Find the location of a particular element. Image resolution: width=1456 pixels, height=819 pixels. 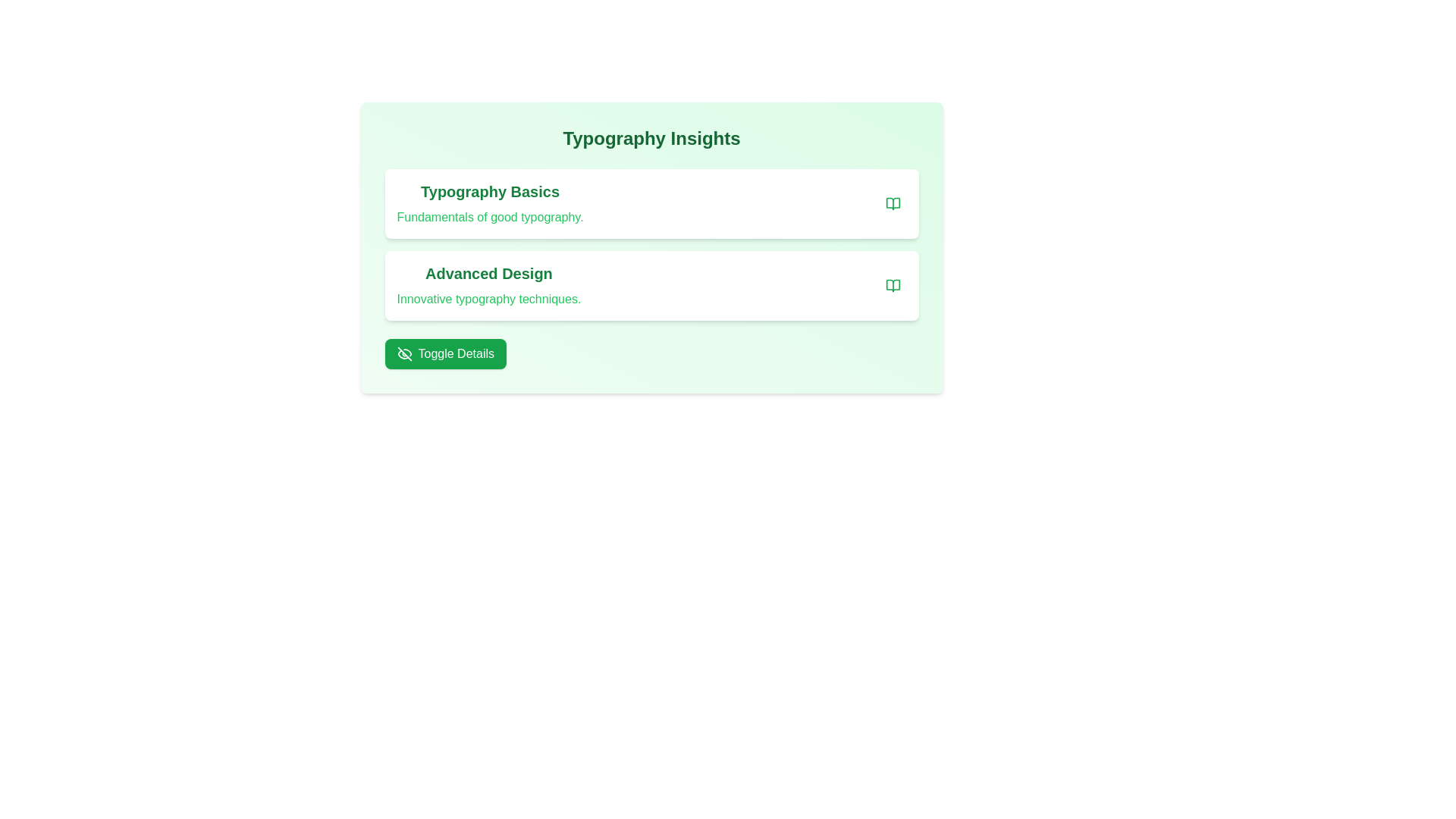

the button located below the 'Advanced Design' section in the 'Typography Insights' panel is located at coordinates (444, 353).